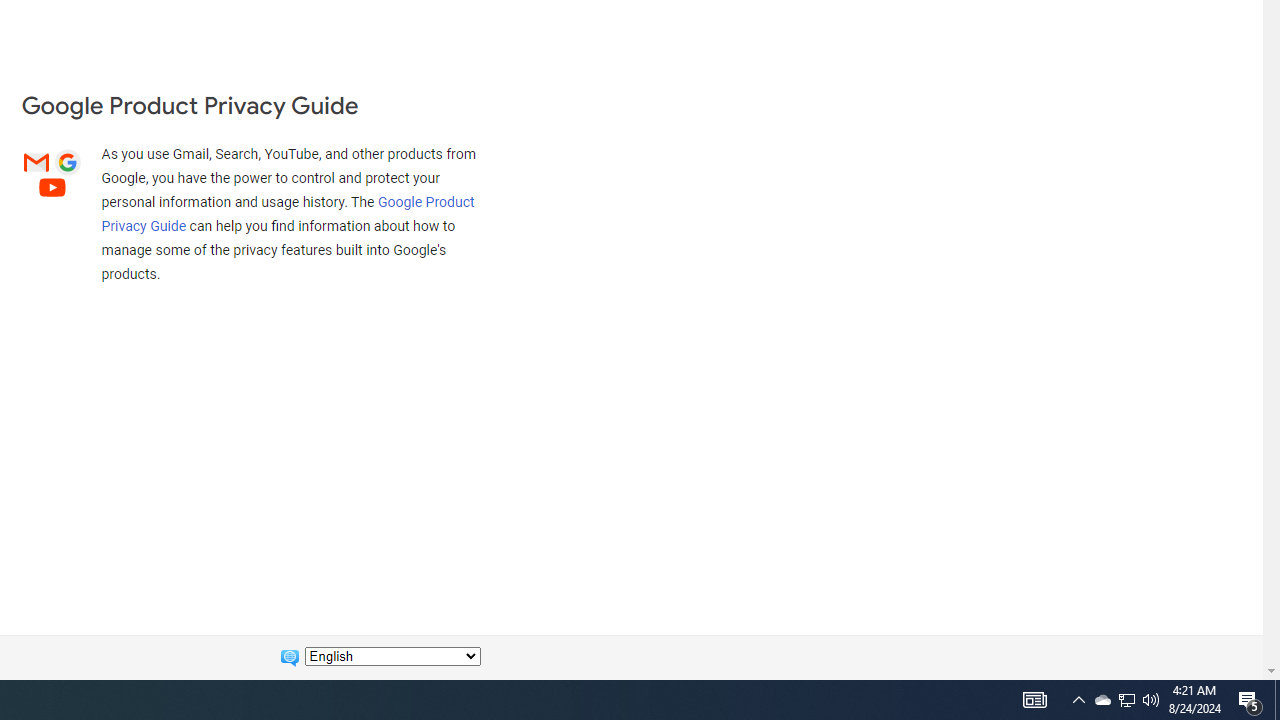  Describe the element at coordinates (287, 213) in the screenshot. I see `'Google Product Privacy Guide'` at that location.